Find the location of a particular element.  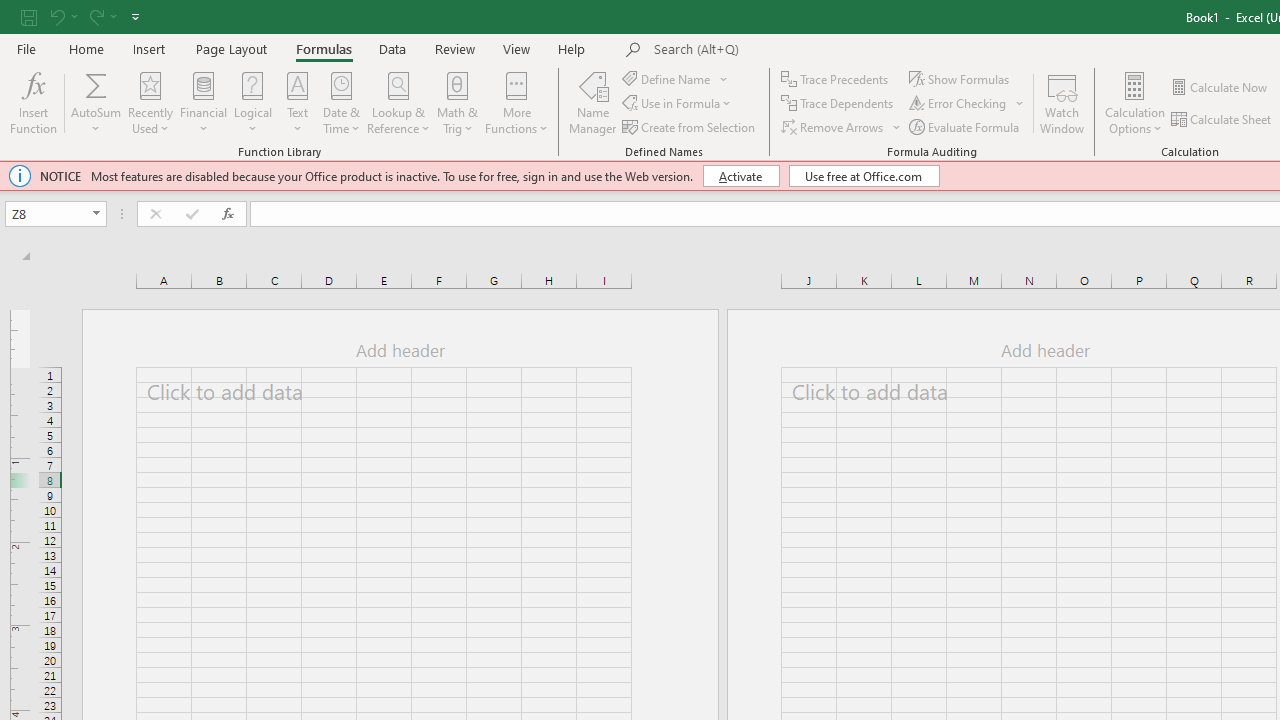

'Remove Arrows' is located at coordinates (833, 127).